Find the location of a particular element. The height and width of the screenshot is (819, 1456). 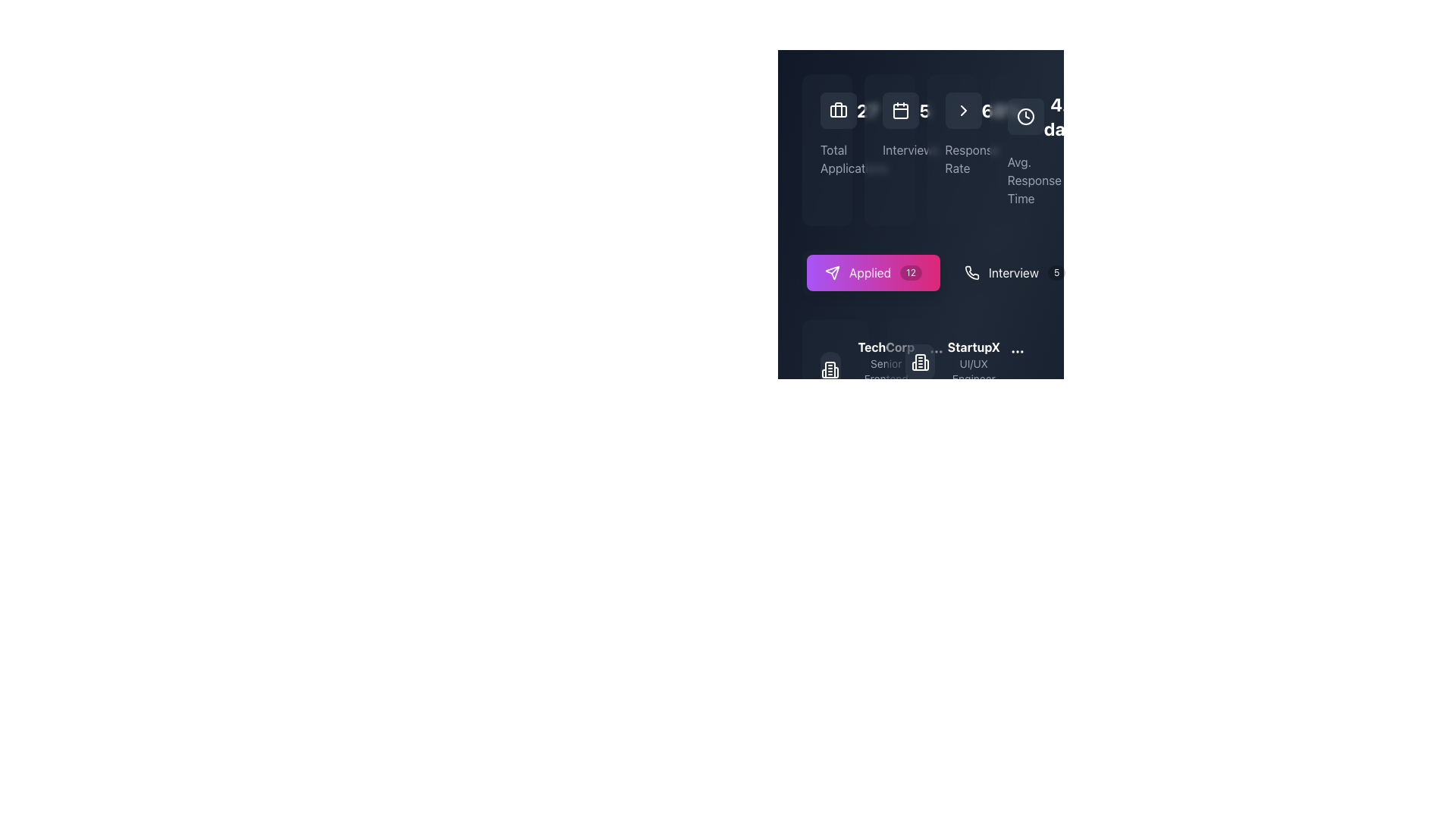

the company icon representing the organization associated with the job posting is located at coordinates (920, 362).